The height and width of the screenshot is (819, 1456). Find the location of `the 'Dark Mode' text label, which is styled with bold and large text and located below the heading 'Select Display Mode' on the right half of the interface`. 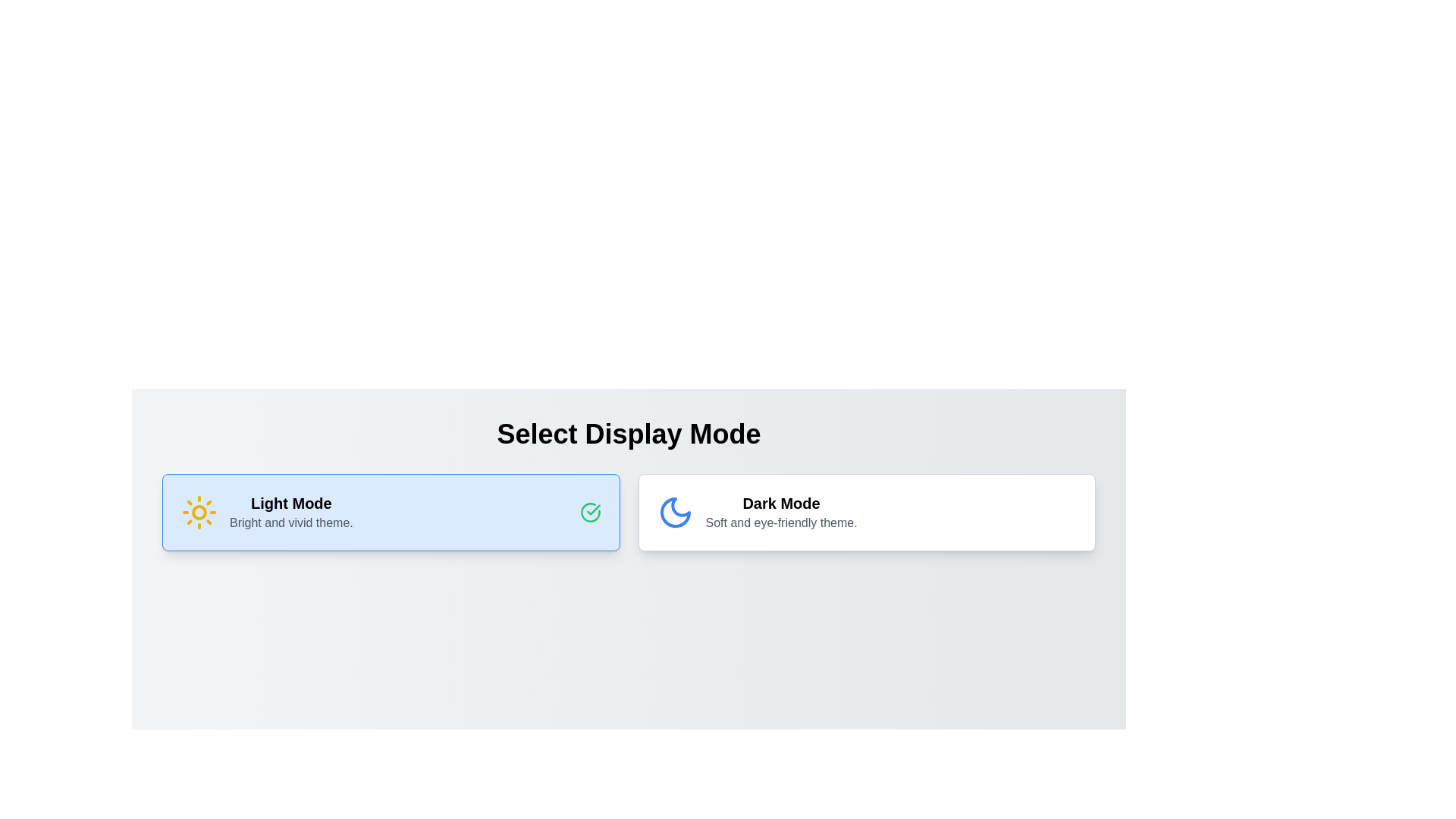

the 'Dark Mode' text label, which is styled with bold and large text and located below the heading 'Select Display Mode' on the right half of the interface is located at coordinates (781, 503).